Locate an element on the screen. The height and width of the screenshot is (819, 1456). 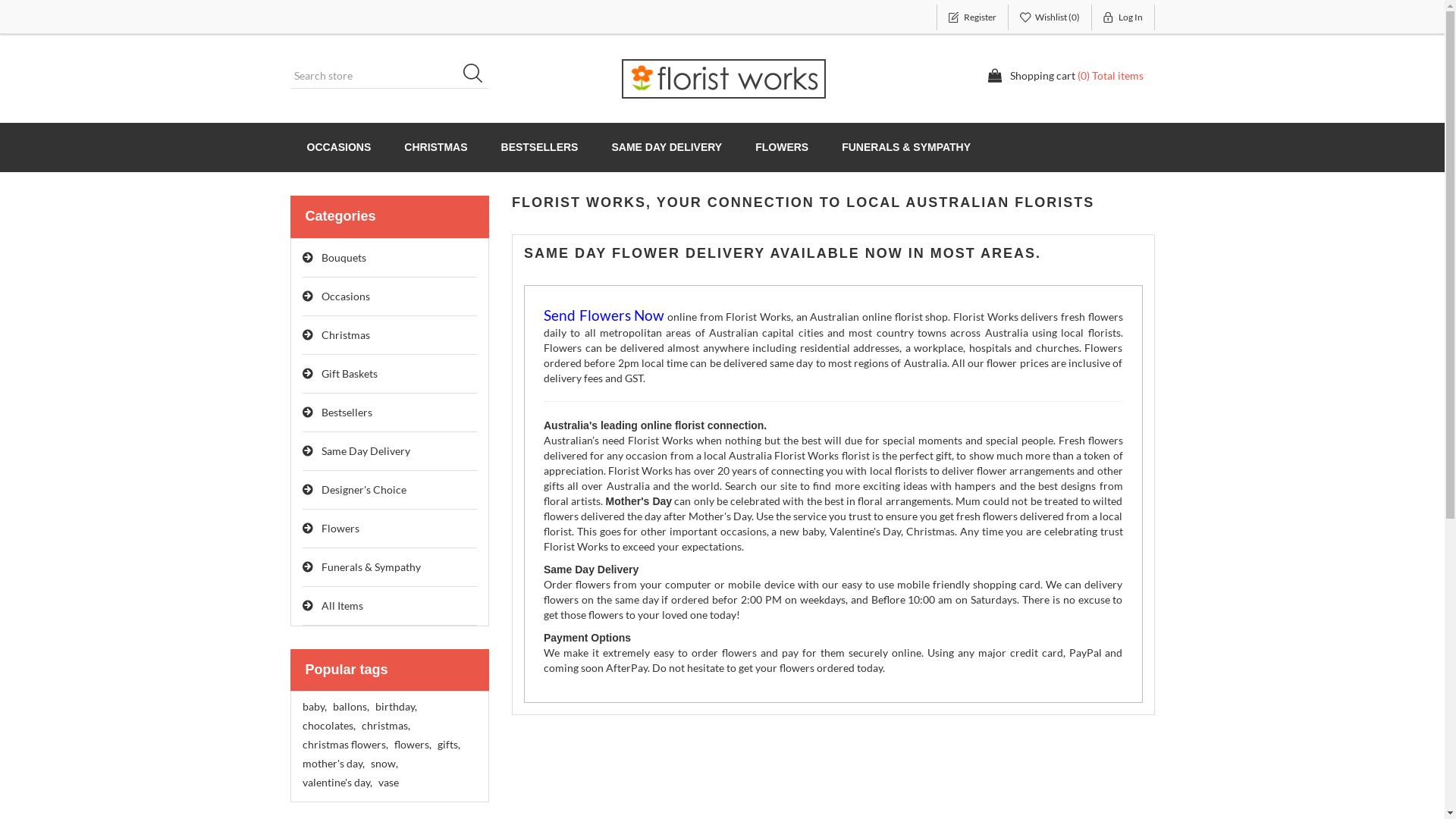
'CHRISTMAS' is located at coordinates (435, 147).